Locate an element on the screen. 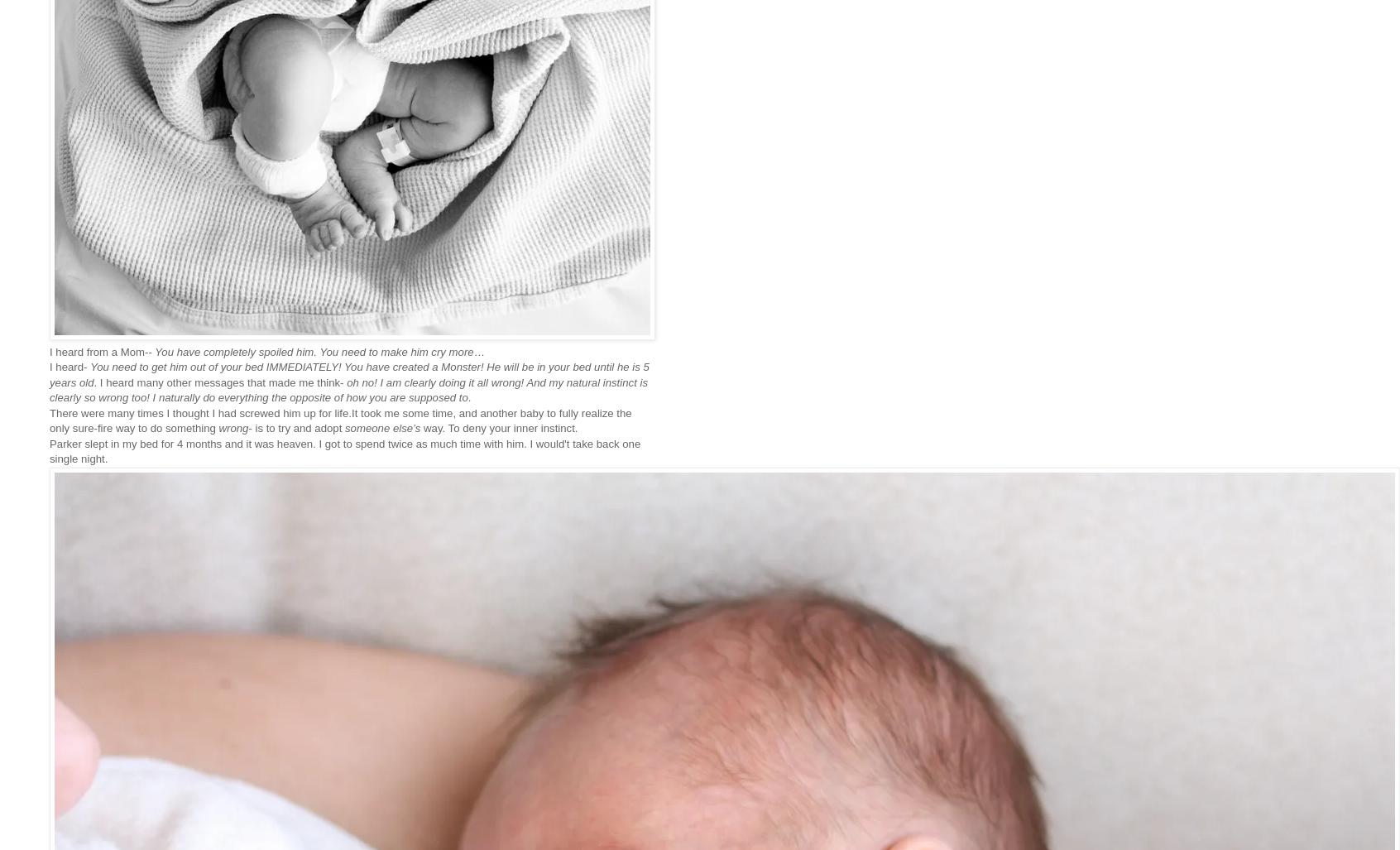 The height and width of the screenshot is (850, 1400). 'I heard from a Mom--' is located at coordinates (49, 350).